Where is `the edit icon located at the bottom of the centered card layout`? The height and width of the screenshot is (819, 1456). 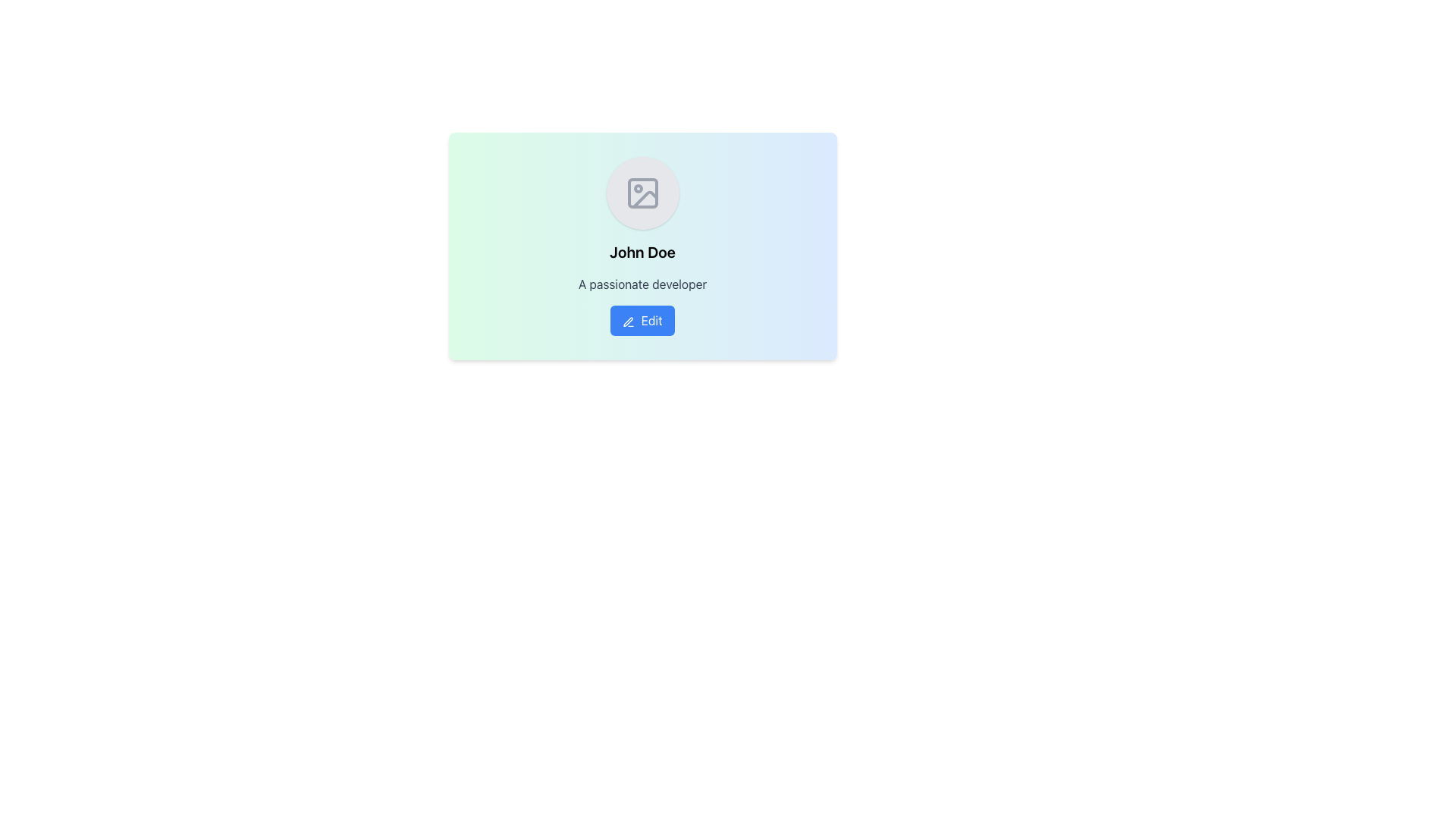
the edit icon located at the bottom of the centered card layout is located at coordinates (629, 321).